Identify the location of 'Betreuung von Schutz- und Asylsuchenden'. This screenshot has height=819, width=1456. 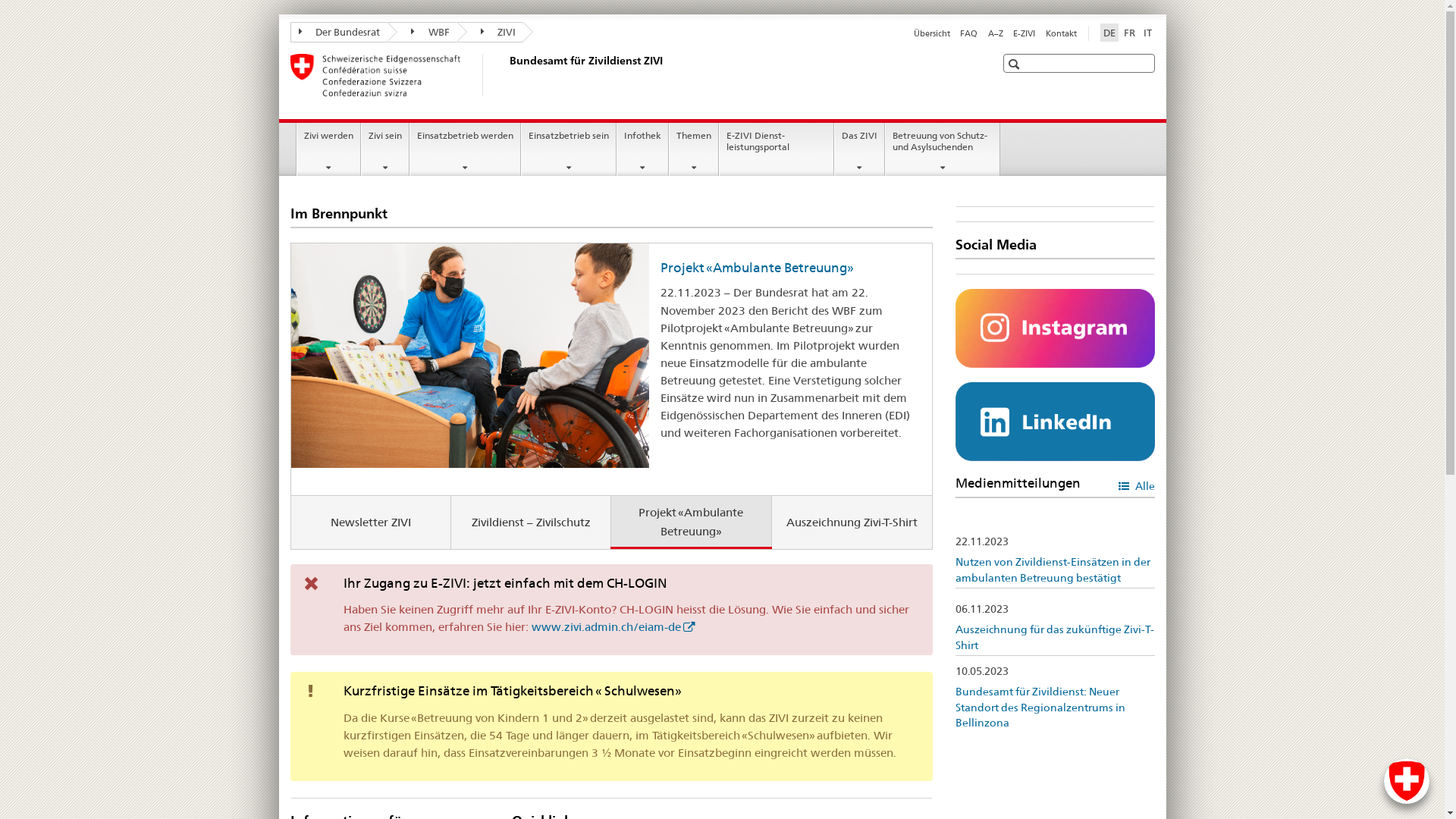
(942, 149).